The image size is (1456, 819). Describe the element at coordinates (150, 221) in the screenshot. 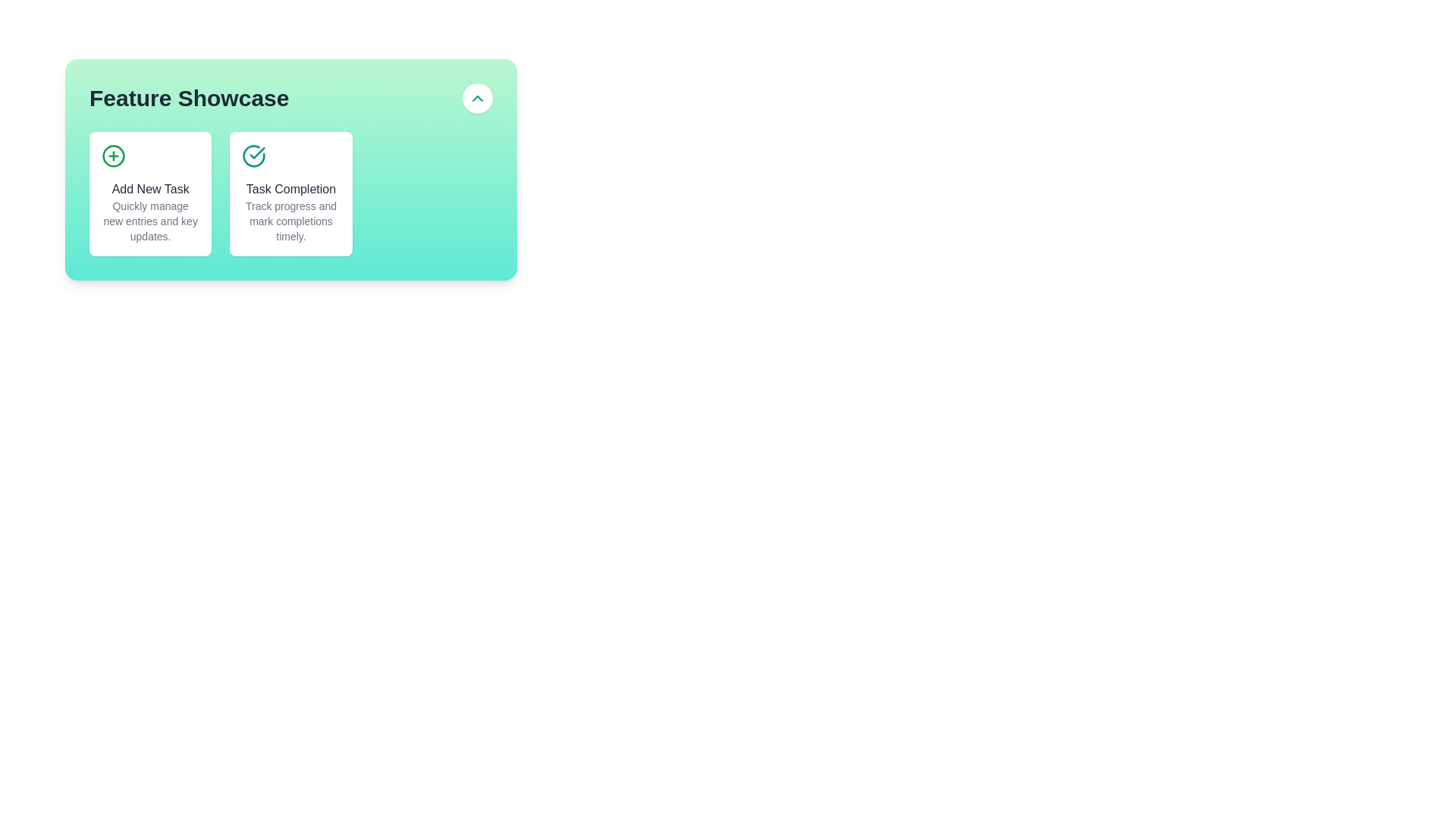

I see `the descriptive text label that reads 'Quickly manage new entries and key updates.' located under the title 'Add New Task.'` at that location.